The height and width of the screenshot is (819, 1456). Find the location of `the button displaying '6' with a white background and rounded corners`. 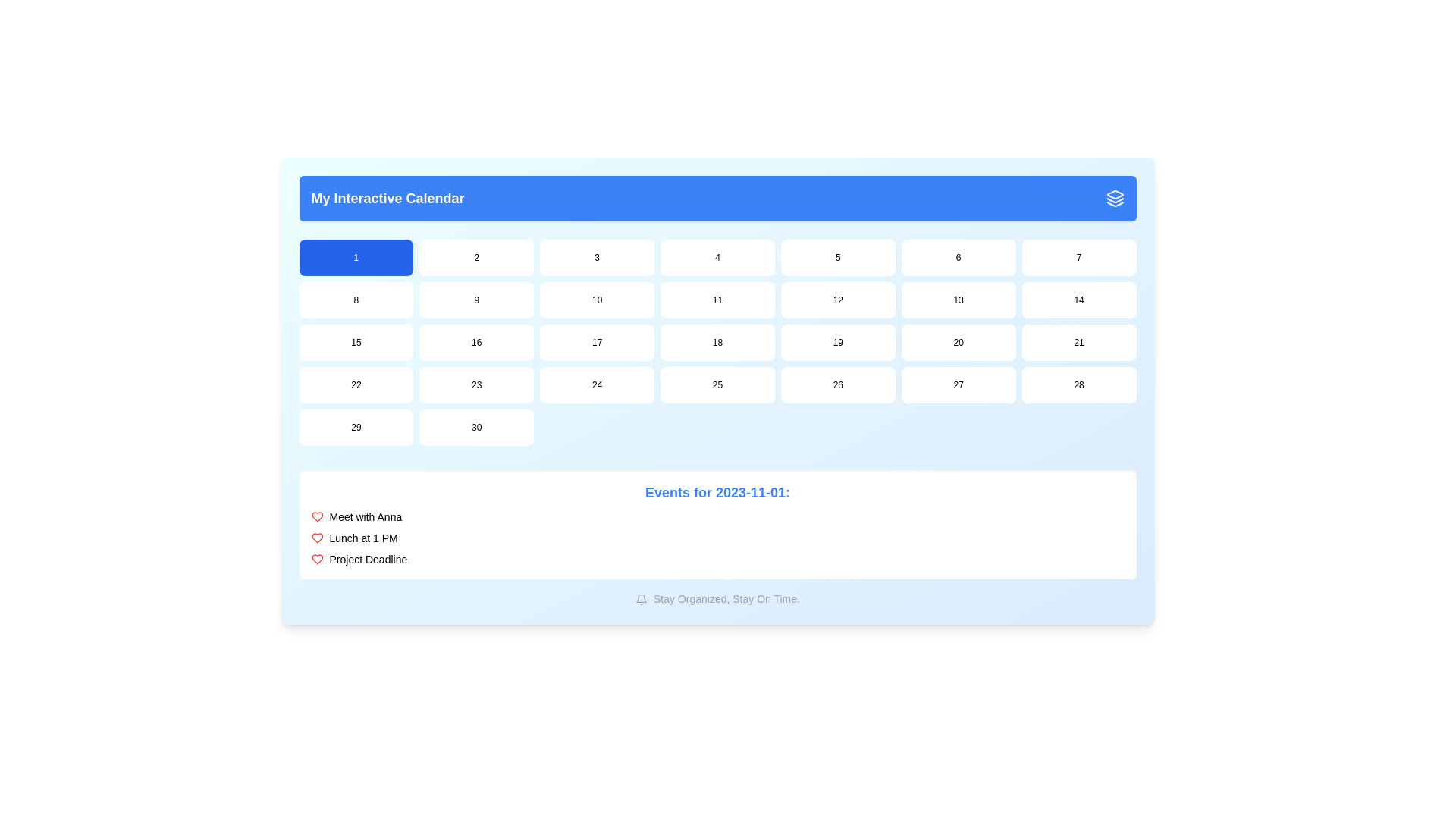

the button displaying '6' with a white background and rounded corners is located at coordinates (958, 256).